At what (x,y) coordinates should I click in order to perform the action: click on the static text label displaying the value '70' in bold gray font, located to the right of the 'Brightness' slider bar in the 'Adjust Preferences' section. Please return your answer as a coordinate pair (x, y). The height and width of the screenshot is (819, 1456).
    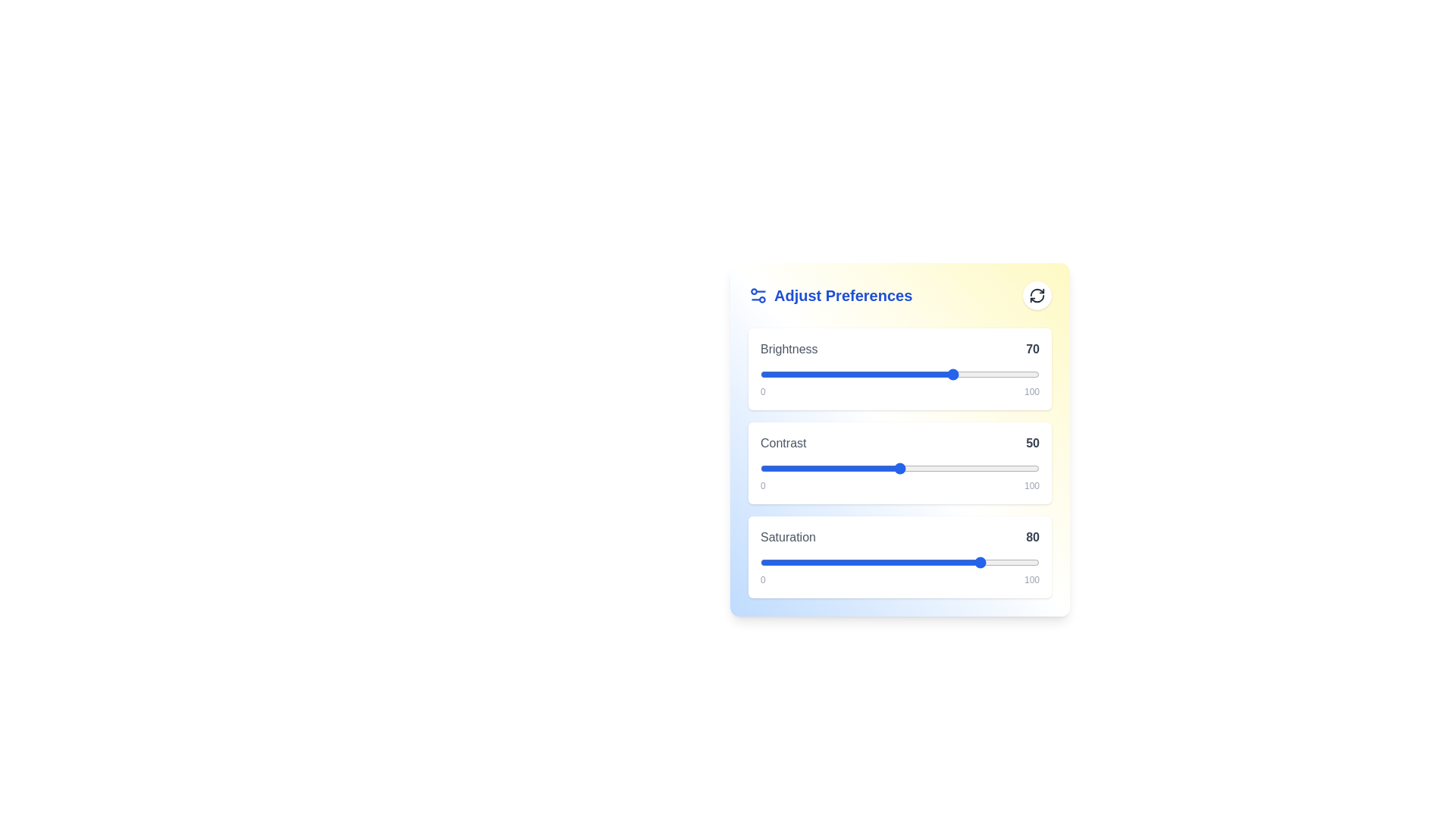
    Looking at the image, I should click on (1032, 350).